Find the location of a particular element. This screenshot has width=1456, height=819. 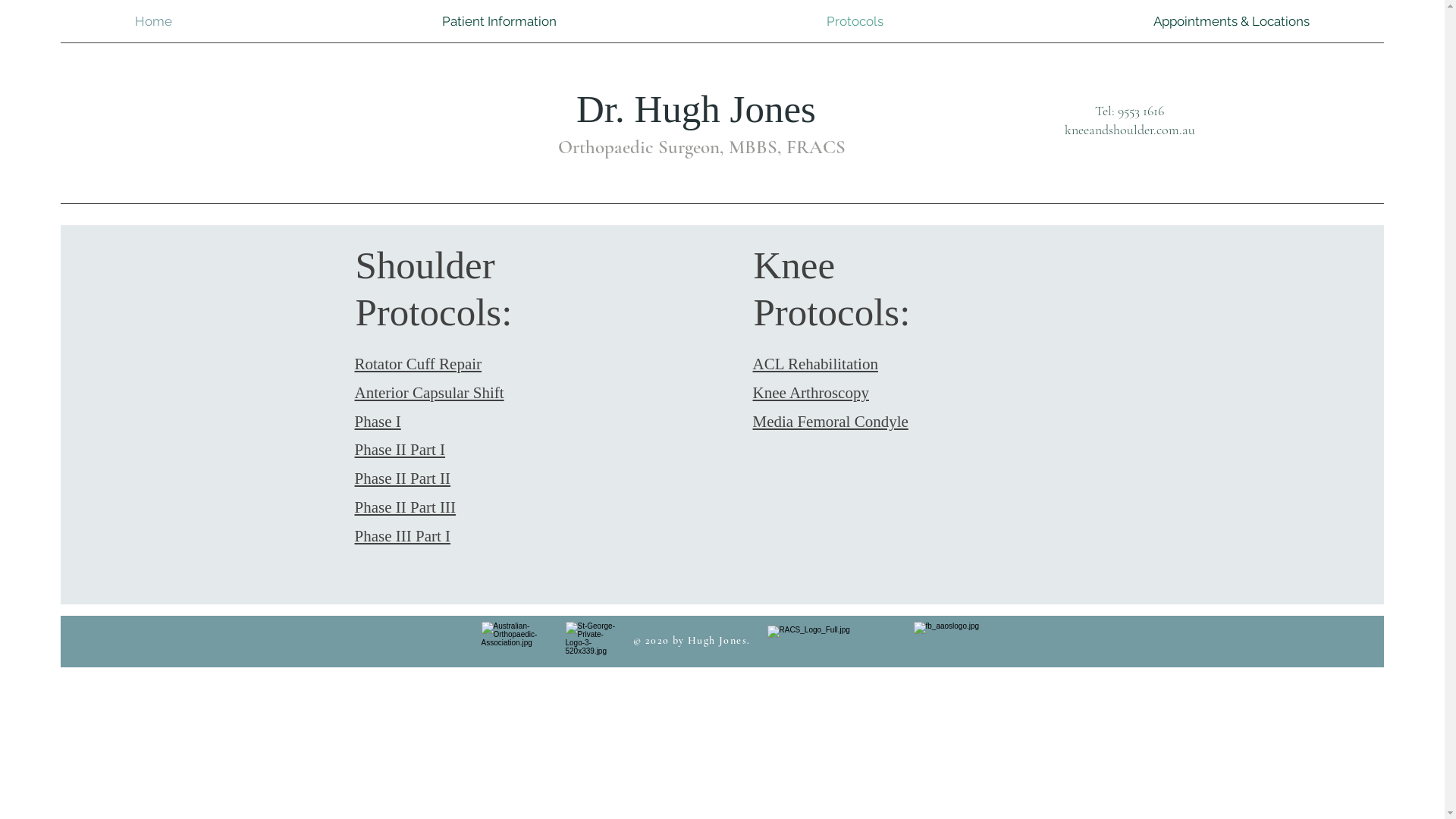

'Rotator Cuff Repair' is located at coordinates (419, 363).